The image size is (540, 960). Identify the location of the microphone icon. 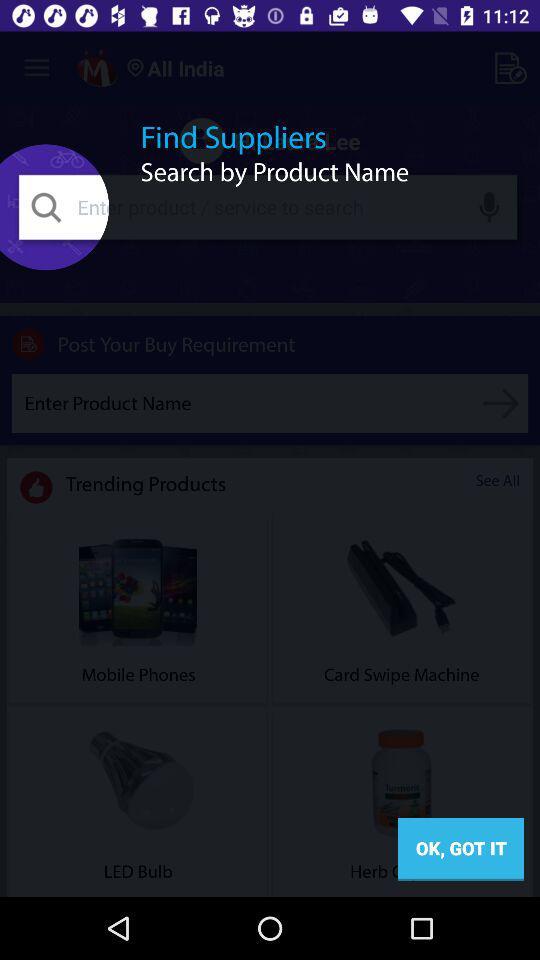
(488, 207).